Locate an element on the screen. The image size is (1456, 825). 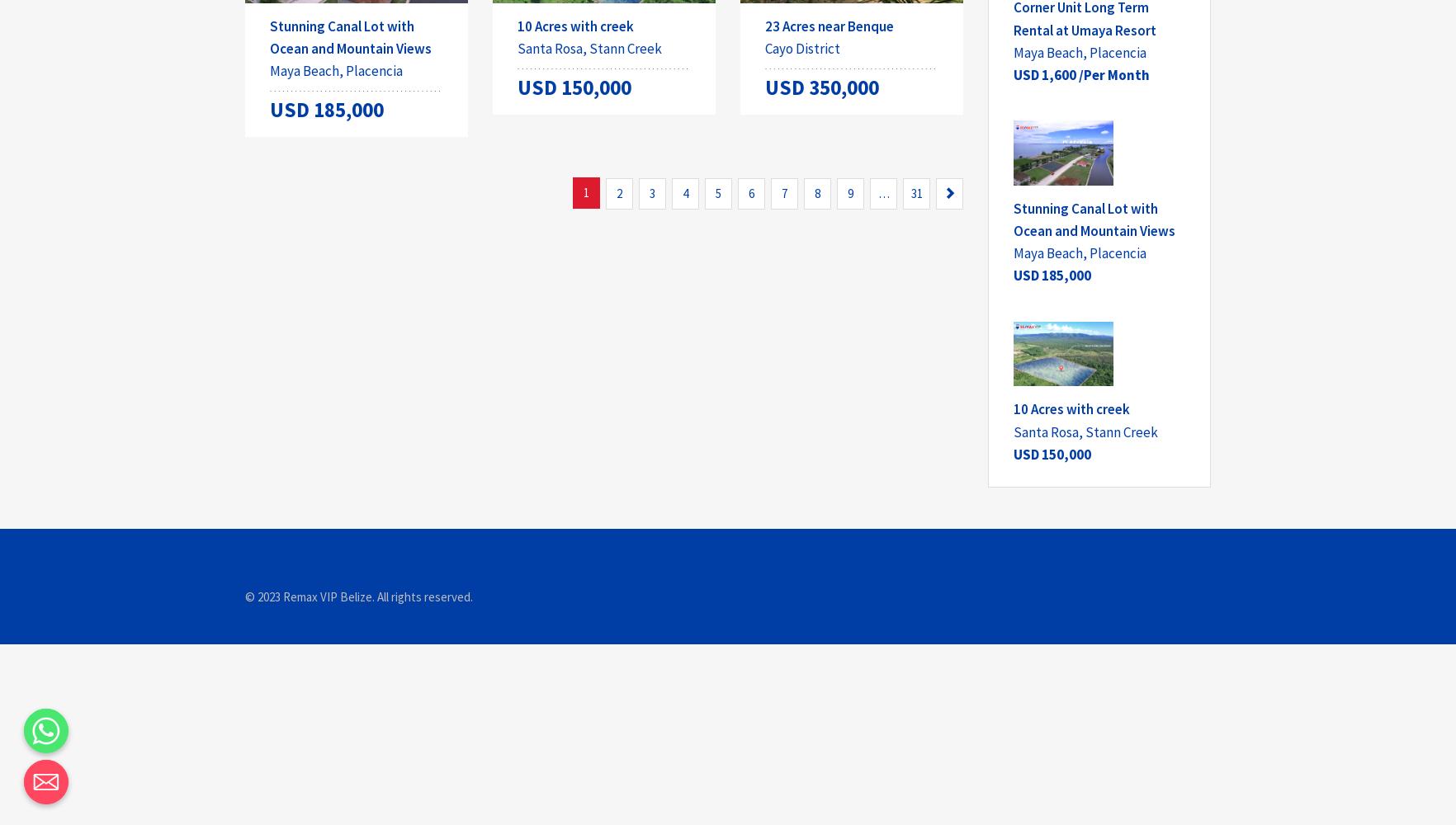
'USD 350,000' is located at coordinates (821, 87).